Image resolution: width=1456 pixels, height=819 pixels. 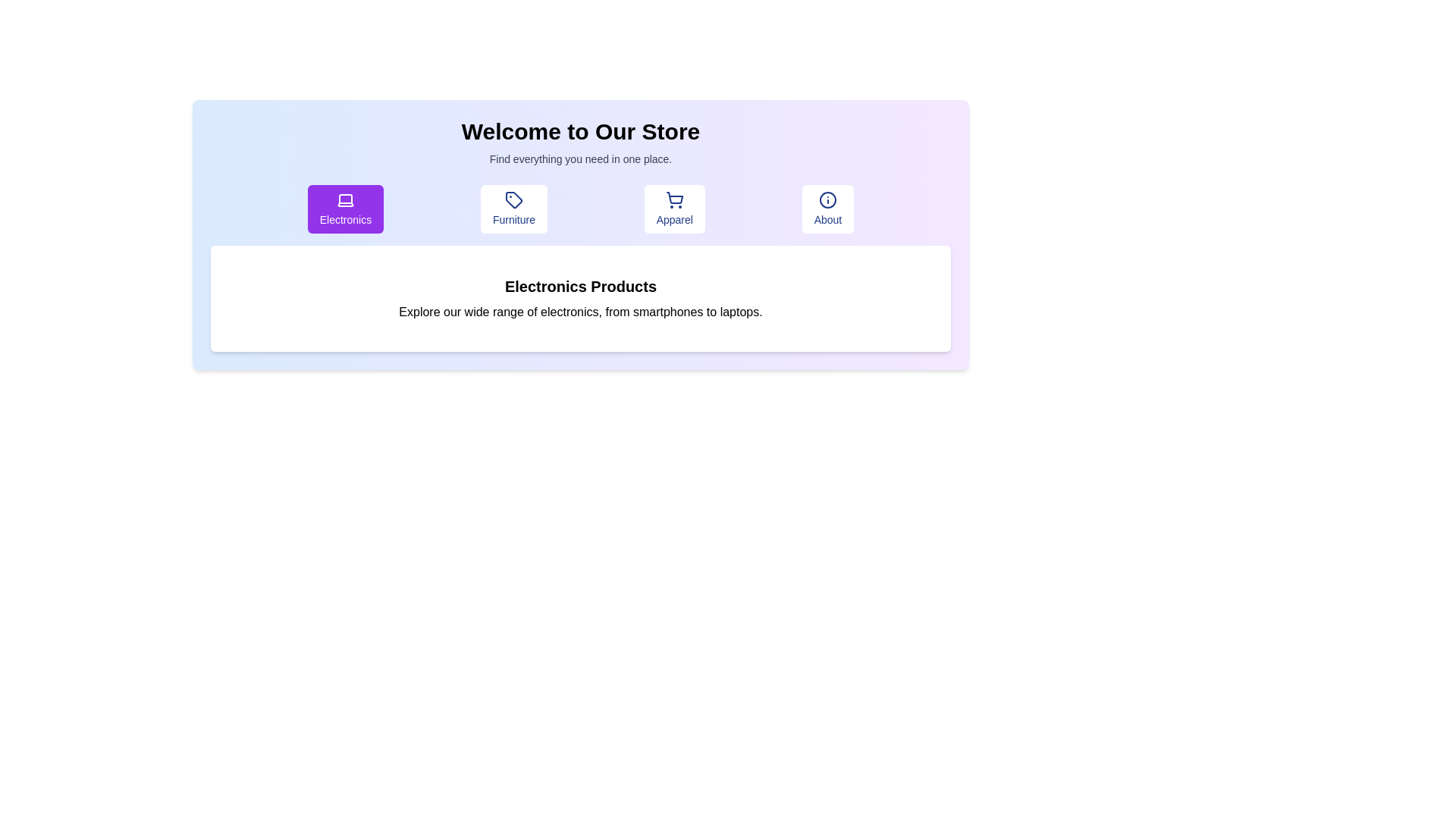 I want to click on the purple background square labeled 'Electronics', so click(x=345, y=199).